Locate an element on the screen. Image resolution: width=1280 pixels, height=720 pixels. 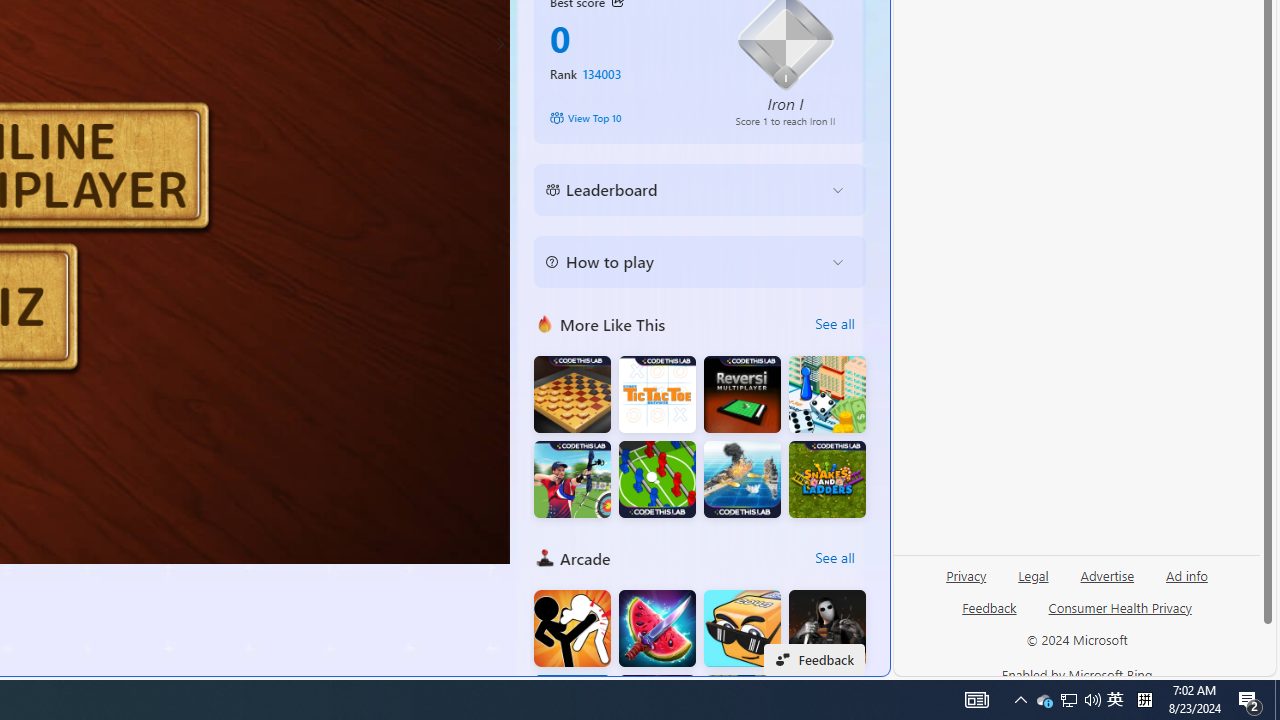
'View Top 10' is located at coordinates (627, 118).